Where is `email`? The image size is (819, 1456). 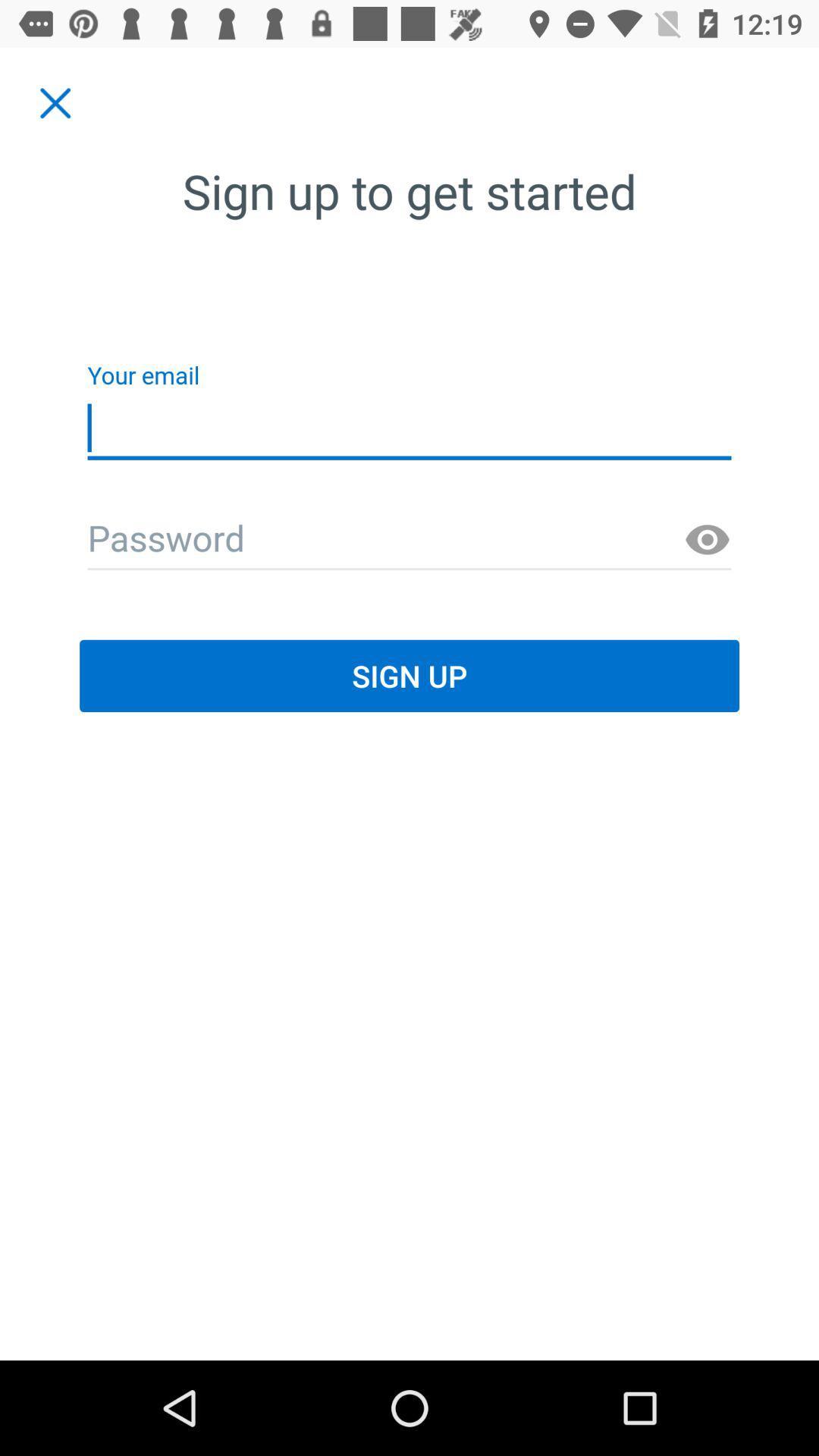
email is located at coordinates (409, 540).